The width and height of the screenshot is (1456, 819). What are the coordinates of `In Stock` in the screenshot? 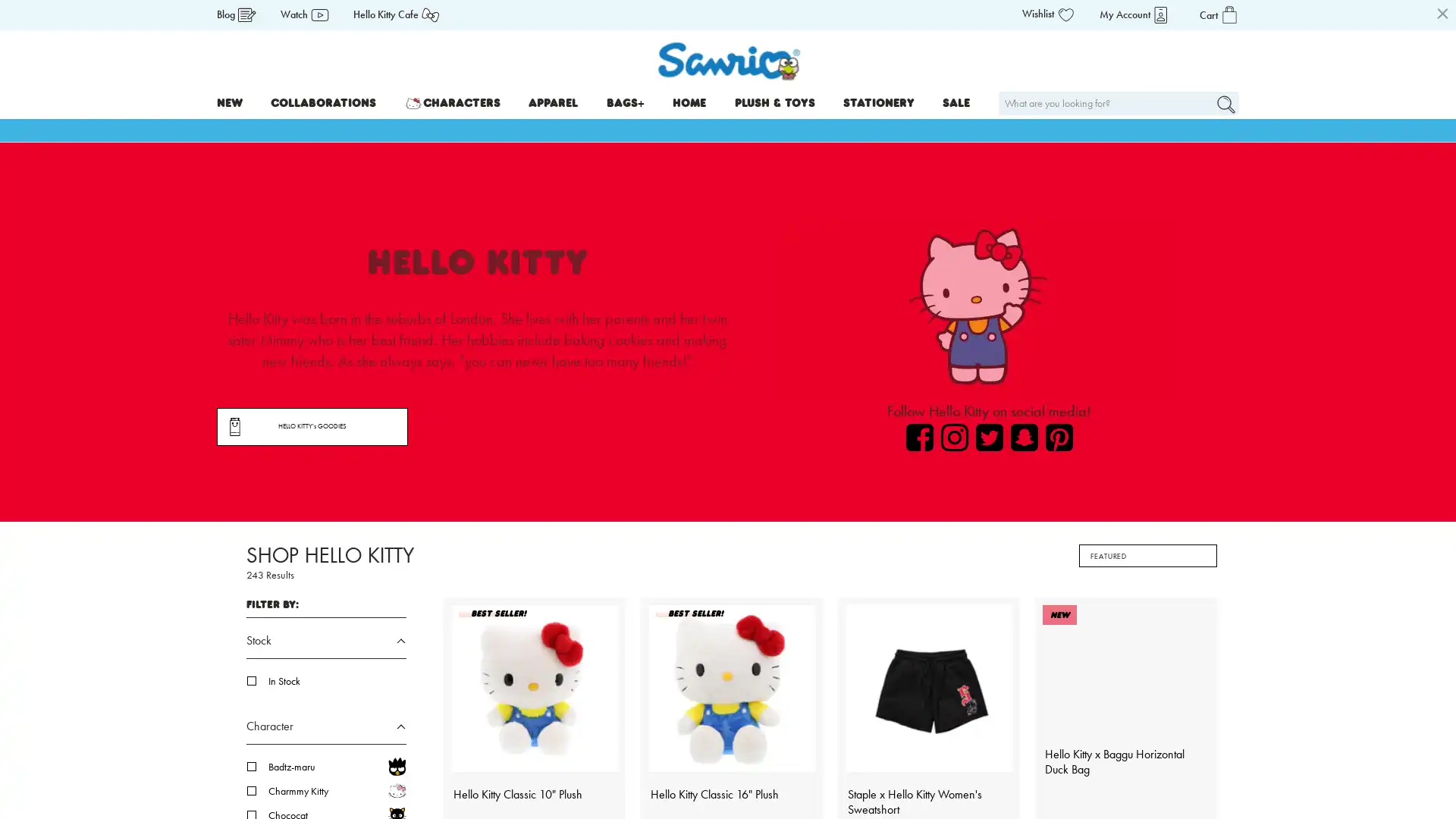 It's located at (337, 680).